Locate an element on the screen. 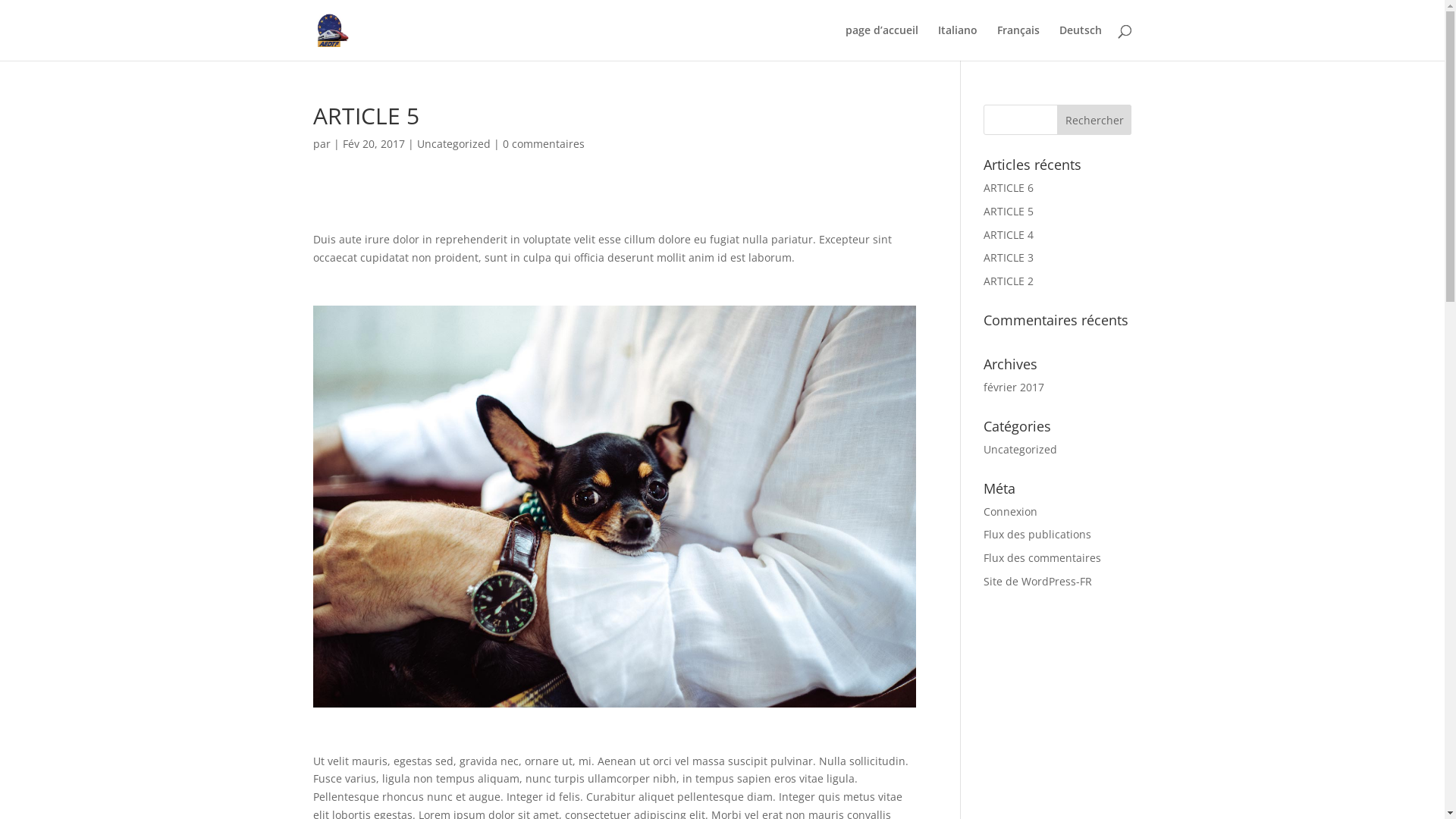  'Connexion' is located at coordinates (1010, 511).